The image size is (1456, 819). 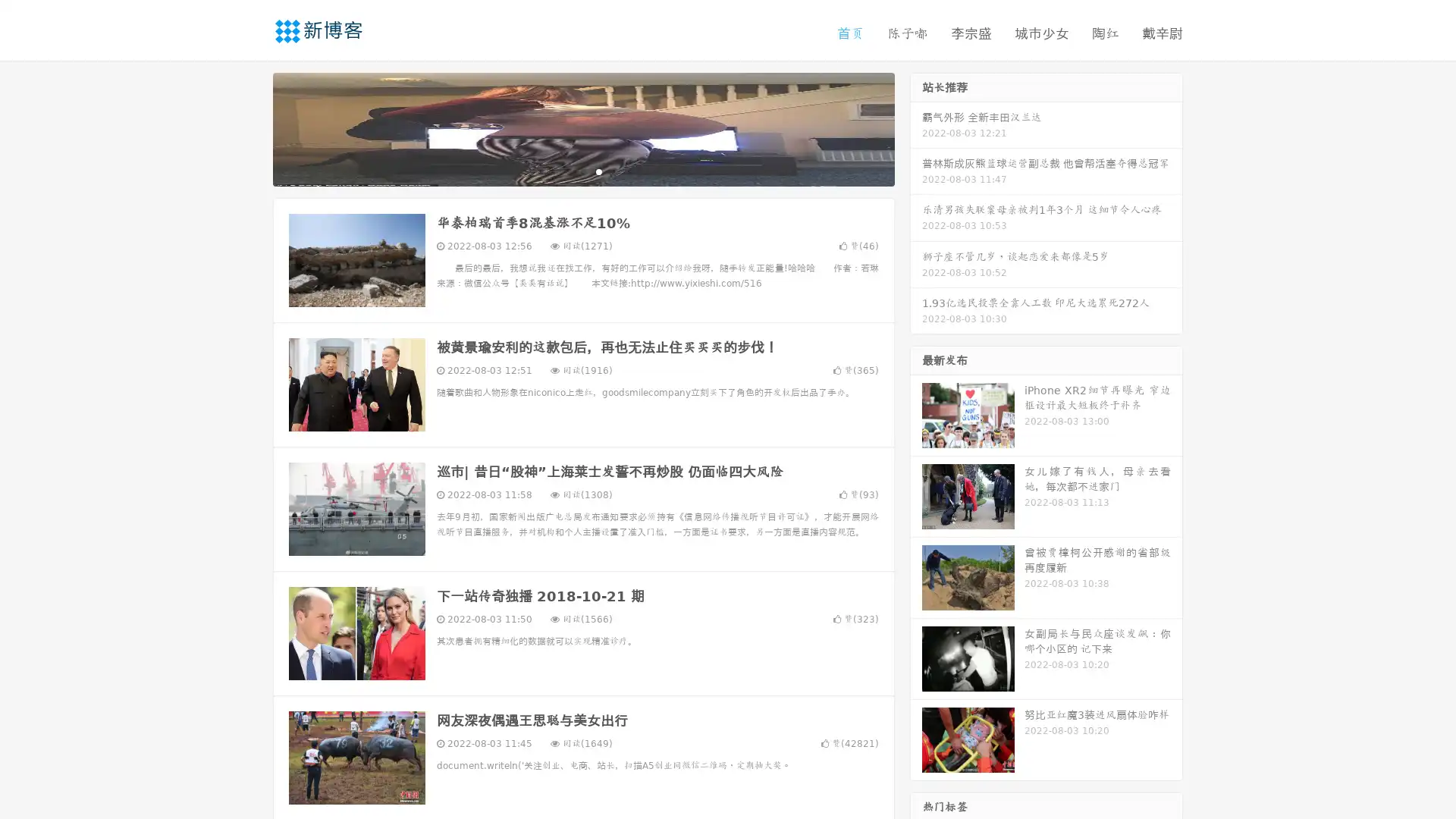 I want to click on Next slide, so click(x=916, y=127).